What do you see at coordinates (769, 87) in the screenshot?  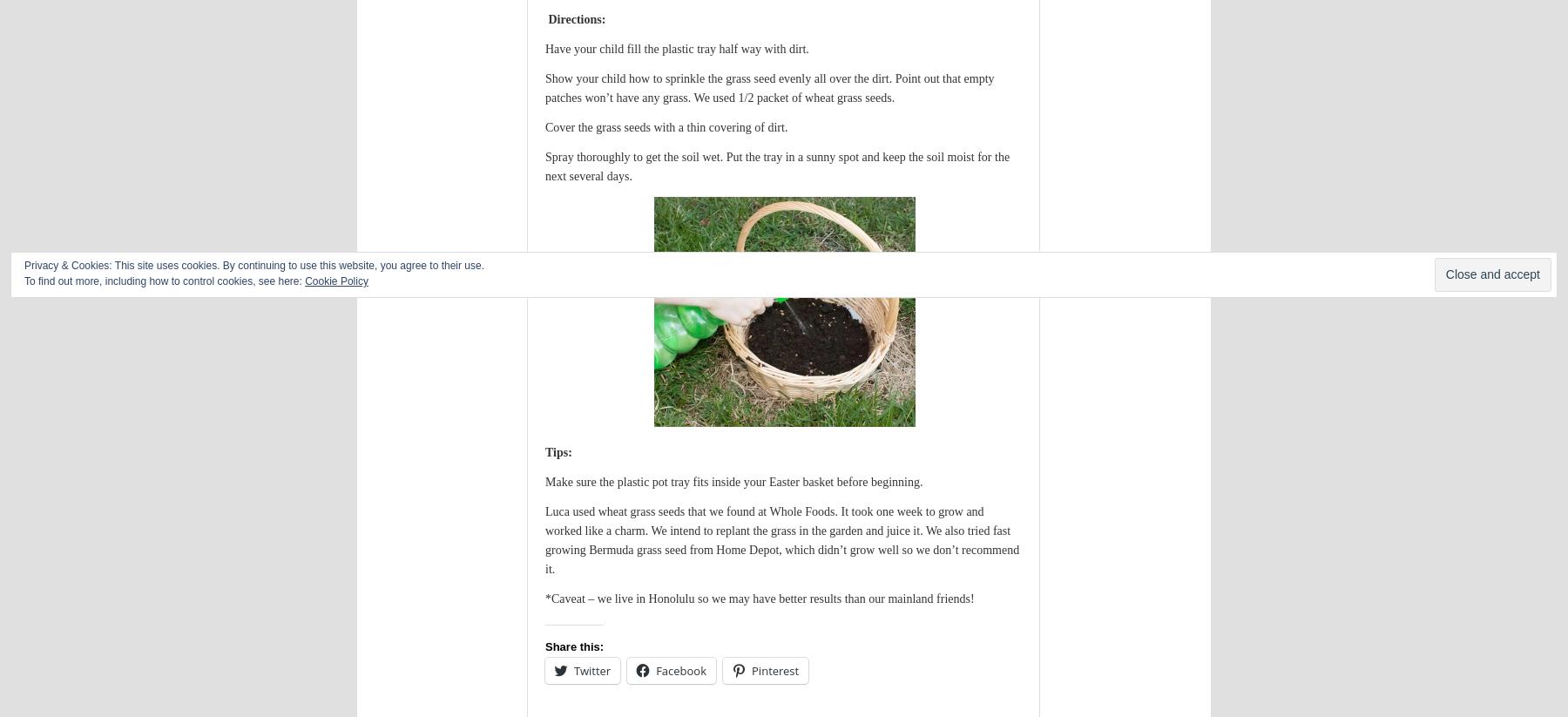 I see `'Show your child how to sprinkle the grass seed evenly all over the dirt. Point out that empty patches won’t have any grass. We used 1/2 packet of wheat grass seeds.'` at bounding box center [769, 87].